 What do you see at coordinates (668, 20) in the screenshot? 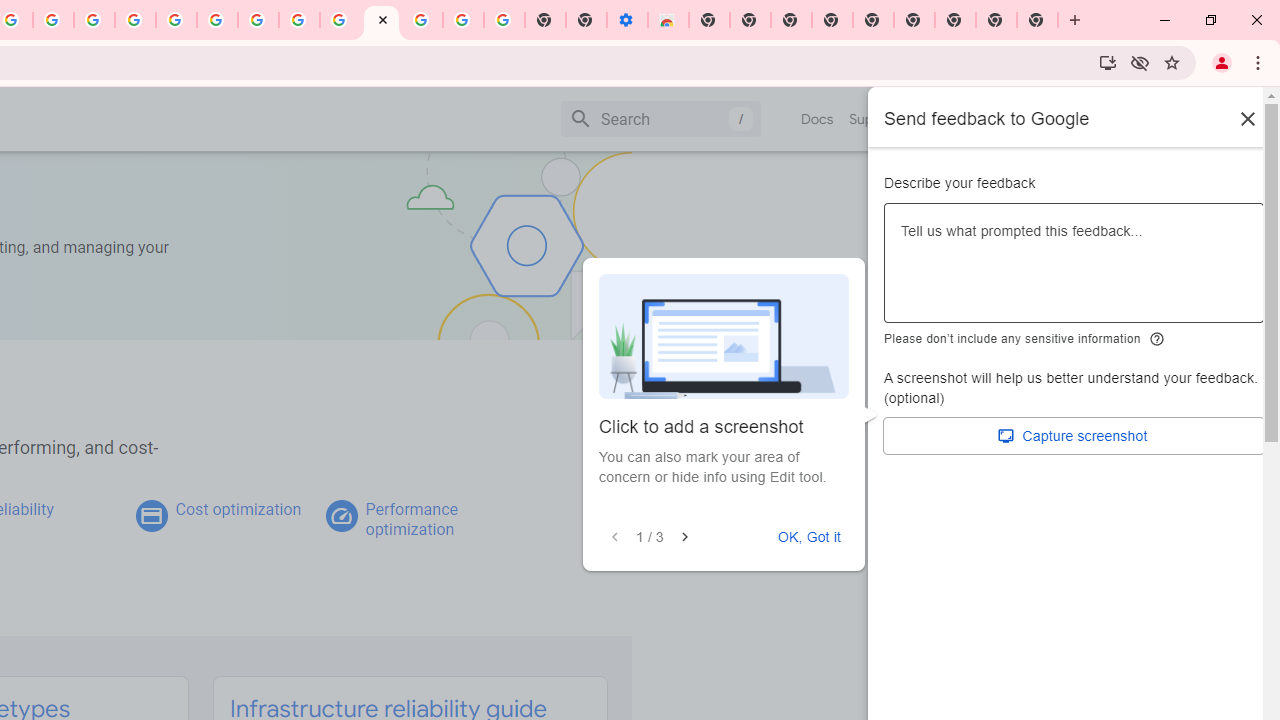
I see `'Chrome Web Store - Accessibility extensions'` at bounding box center [668, 20].